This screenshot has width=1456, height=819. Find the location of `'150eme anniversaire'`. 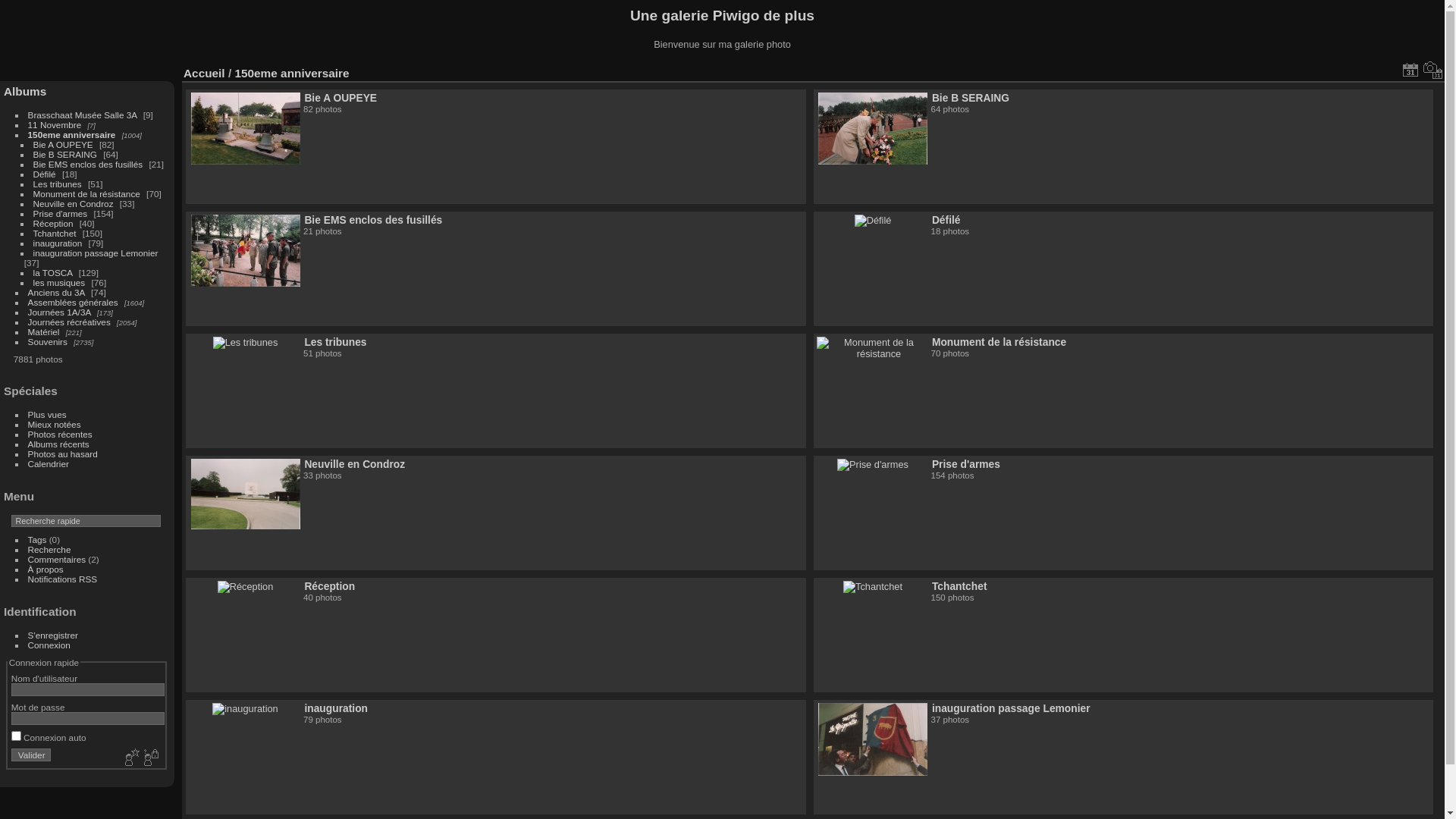

'150eme anniversaire' is located at coordinates (291, 73).